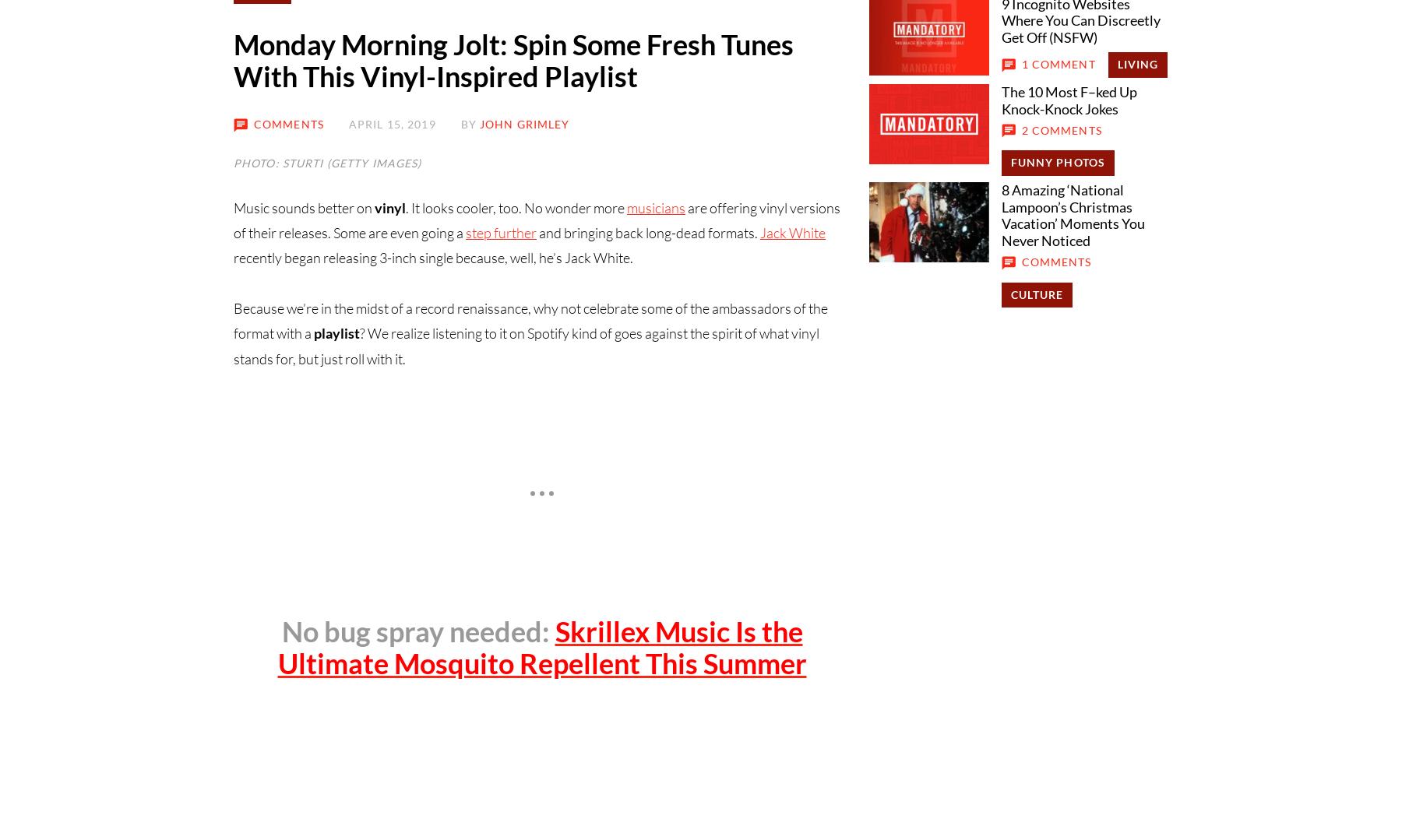 The width and height of the screenshot is (1402, 840). What do you see at coordinates (582, 424) in the screenshot?
I see `'Evolve Media Holdings'` at bounding box center [582, 424].